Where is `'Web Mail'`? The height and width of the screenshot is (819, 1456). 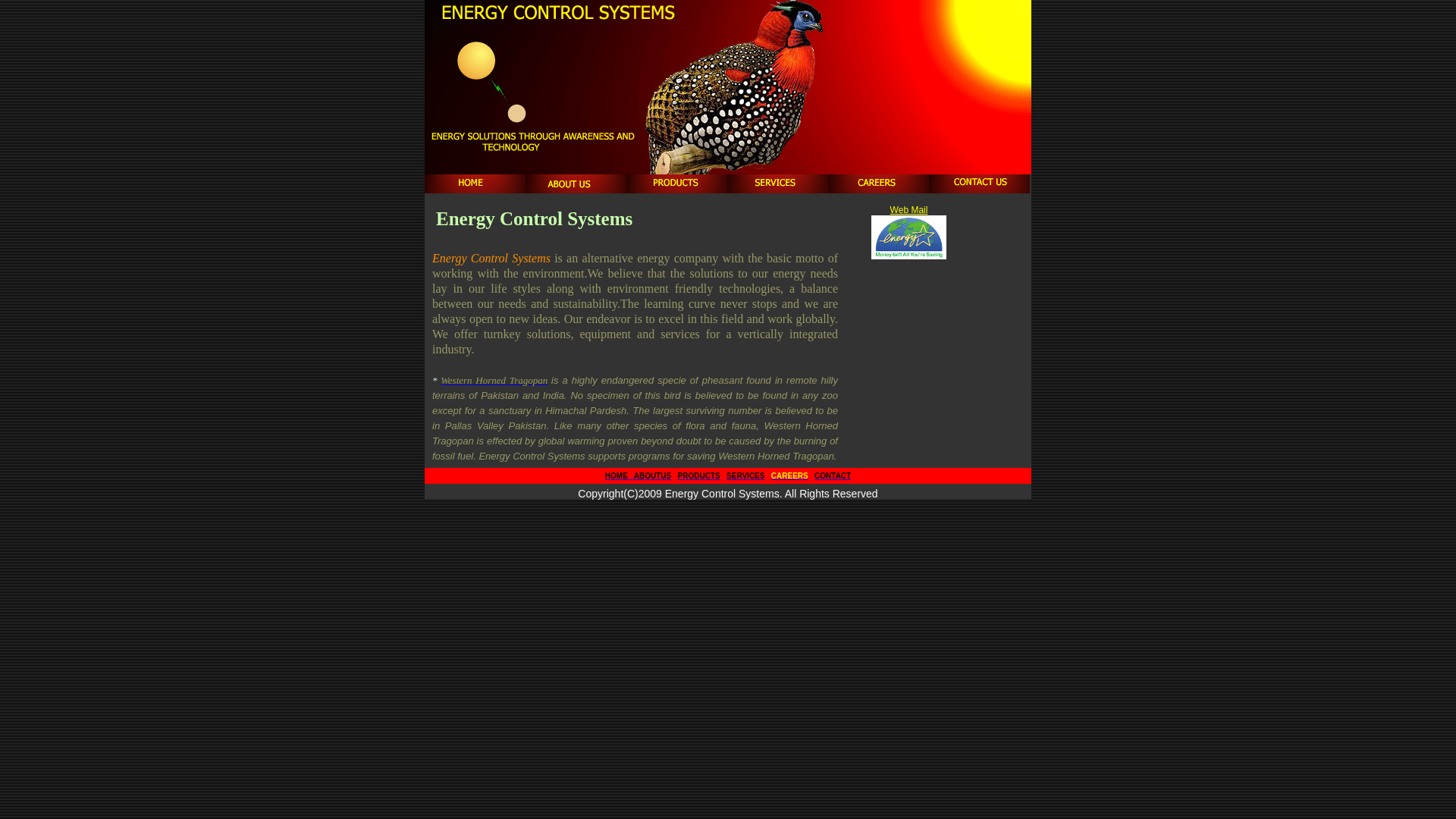
'Web Mail' is located at coordinates (909, 210).